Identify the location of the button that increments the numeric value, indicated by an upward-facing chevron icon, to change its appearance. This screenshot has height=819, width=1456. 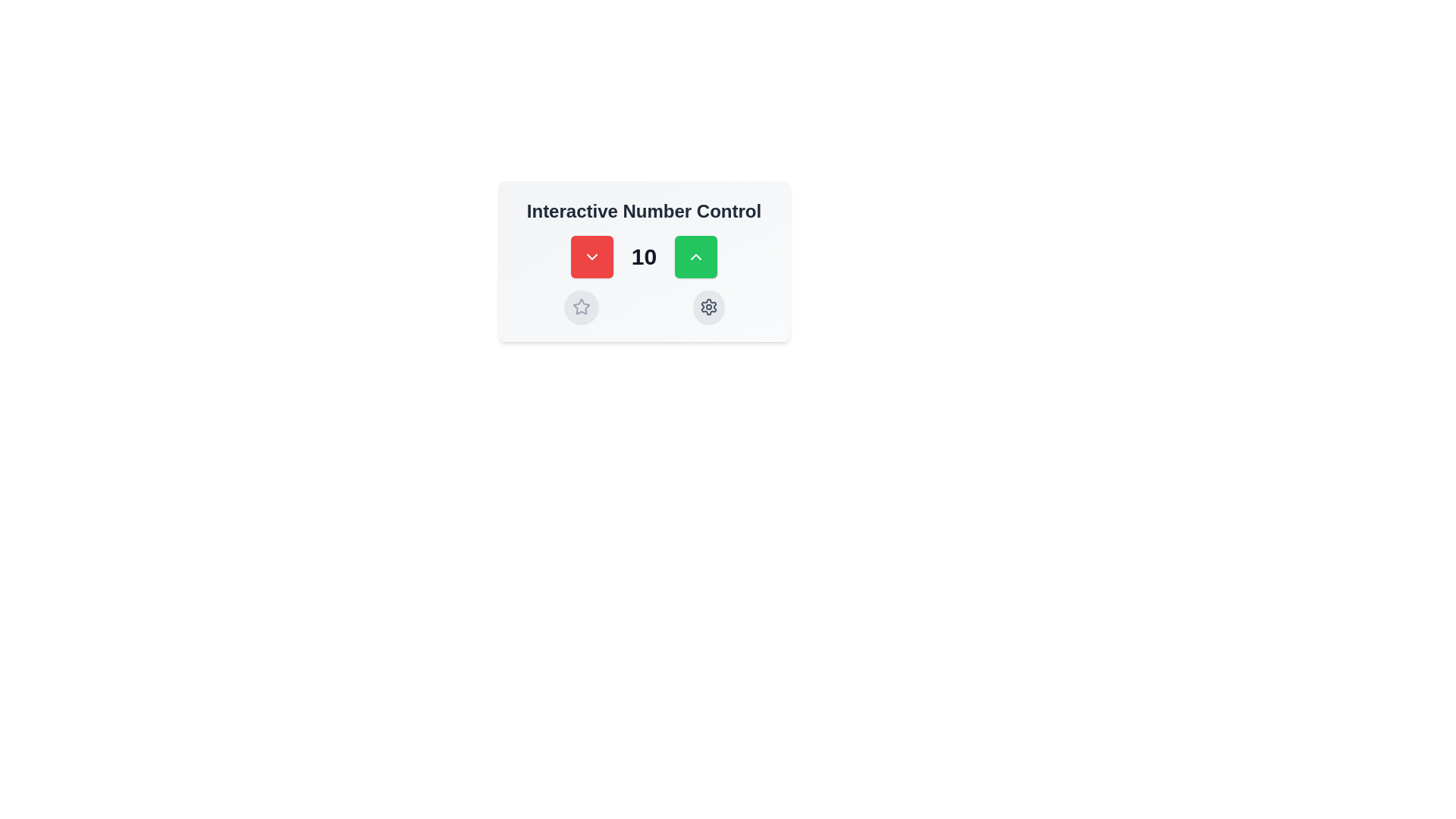
(695, 256).